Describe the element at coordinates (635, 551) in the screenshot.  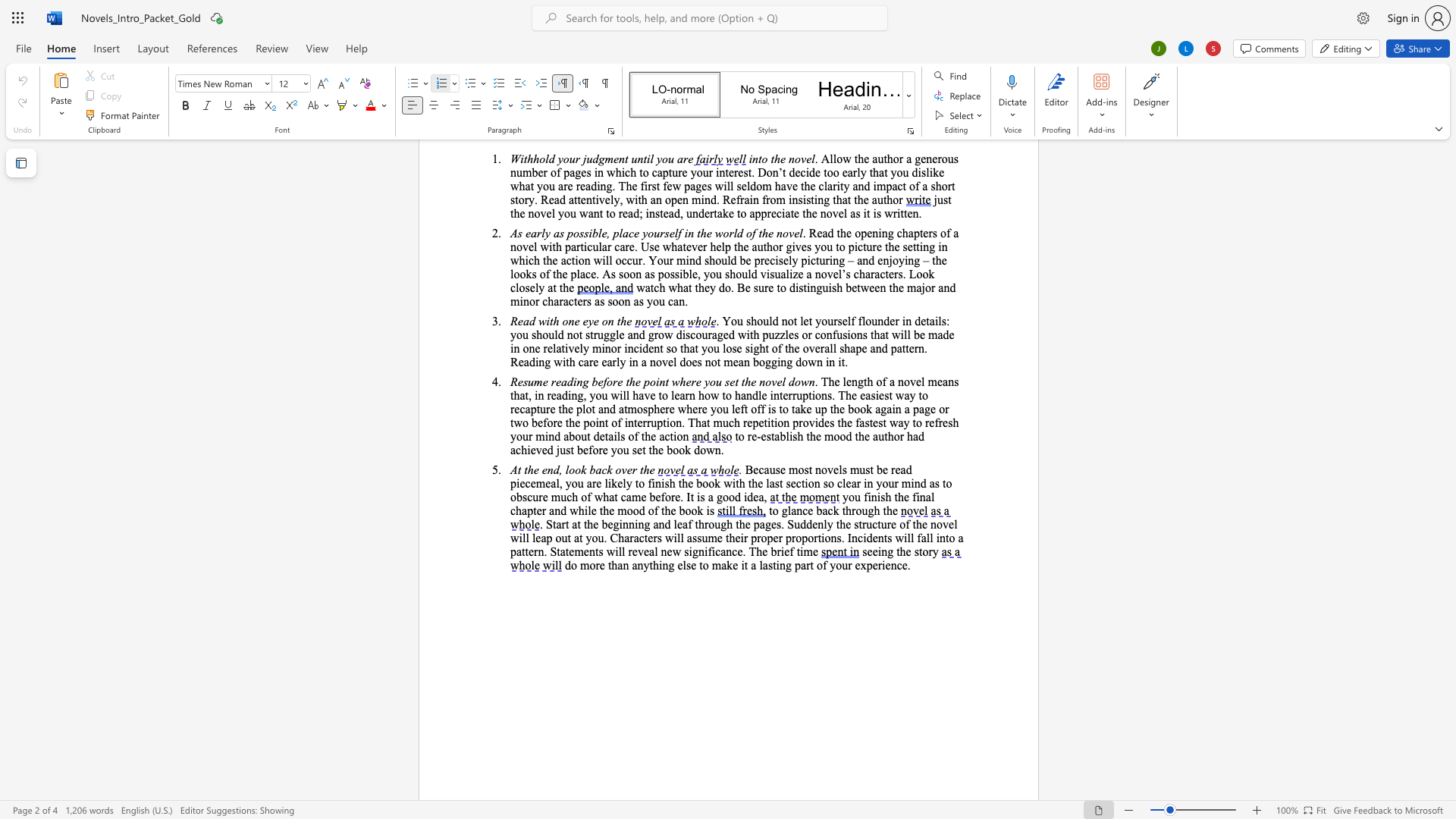
I see `the 20th character "e" in the text` at that location.